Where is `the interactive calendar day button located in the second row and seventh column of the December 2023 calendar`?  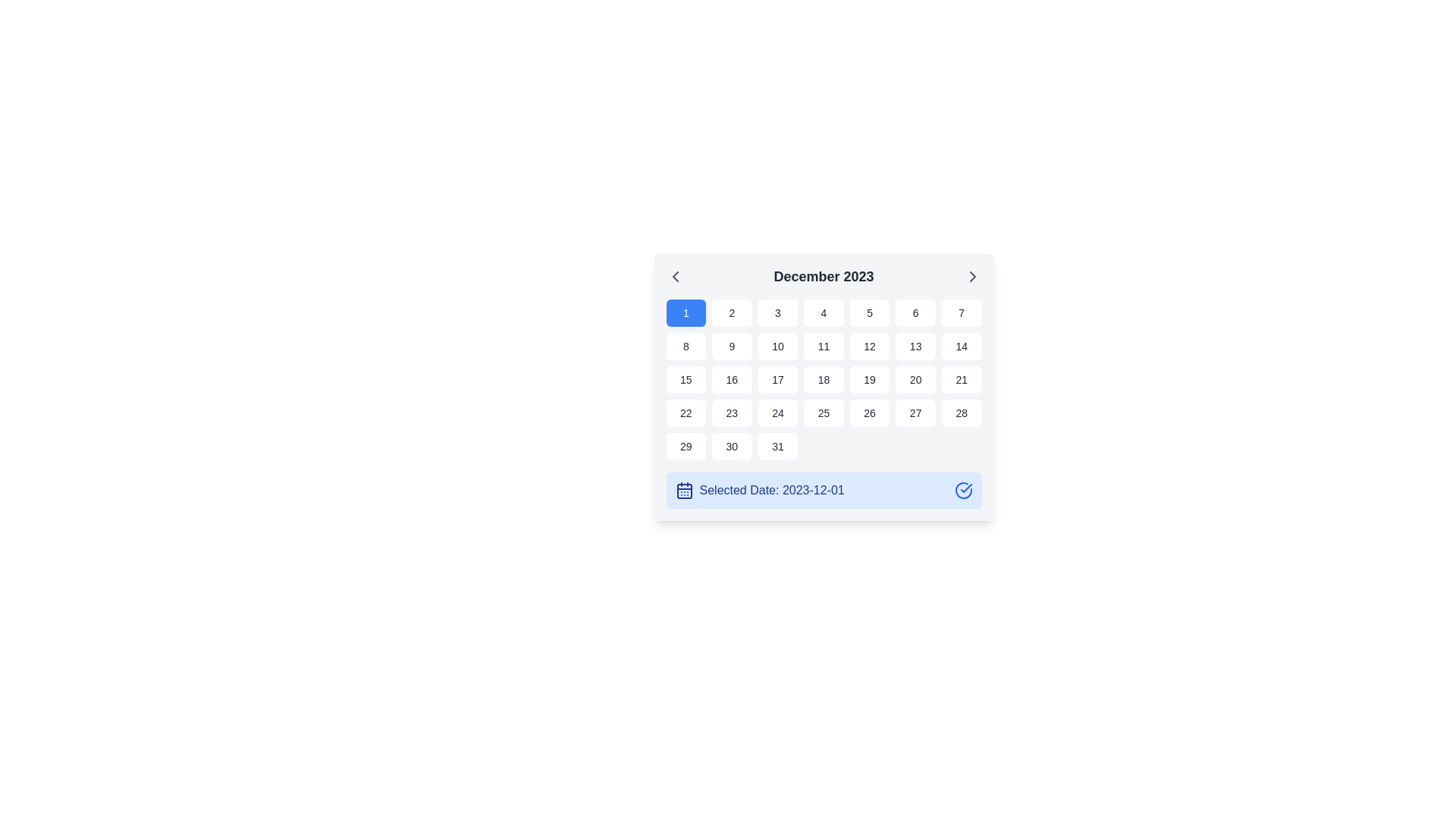
the interactive calendar day button located in the second row and seventh column of the December 2023 calendar is located at coordinates (960, 346).